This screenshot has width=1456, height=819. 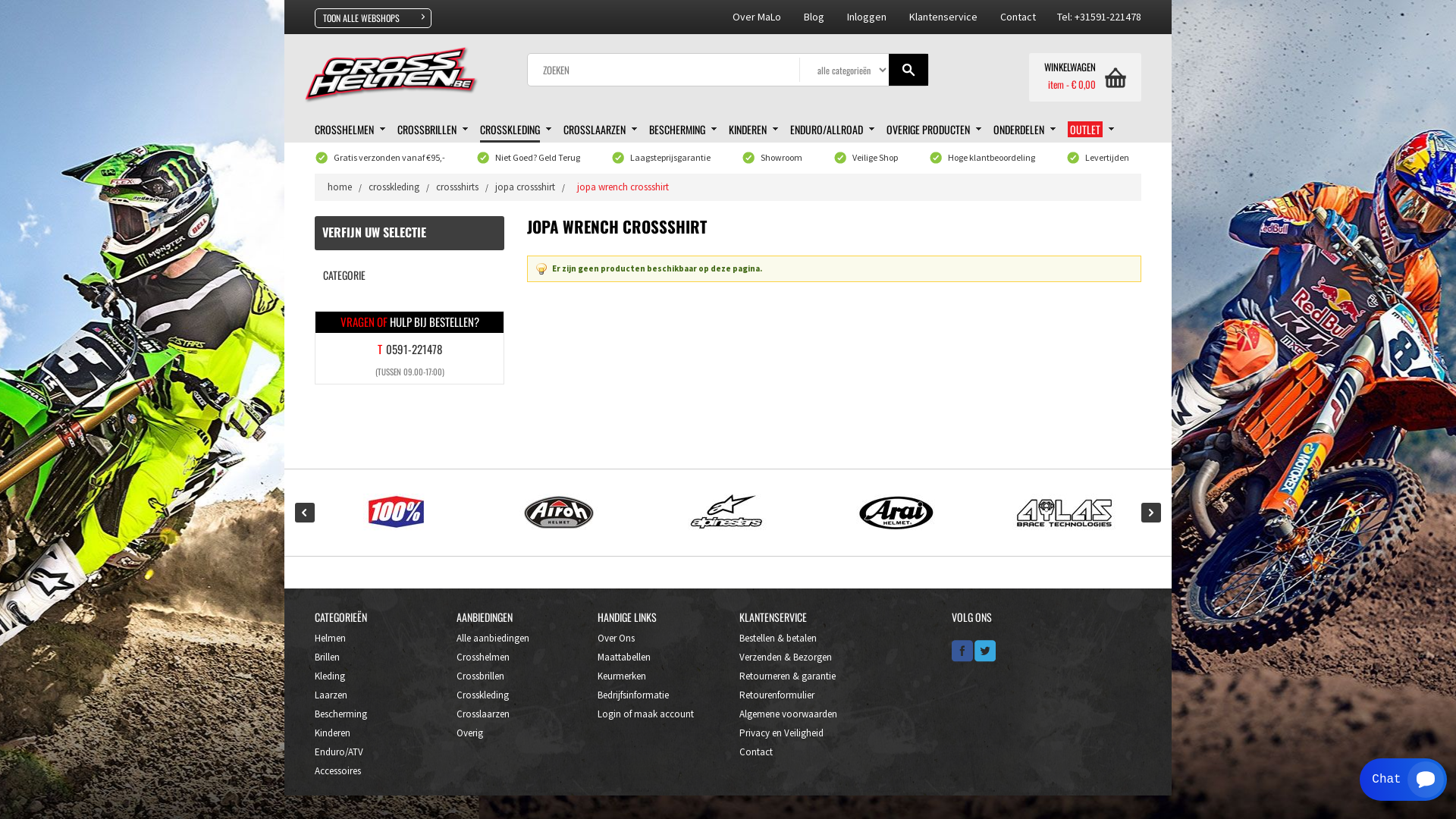 I want to click on 'Retourenformulier', so click(x=777, y=695).